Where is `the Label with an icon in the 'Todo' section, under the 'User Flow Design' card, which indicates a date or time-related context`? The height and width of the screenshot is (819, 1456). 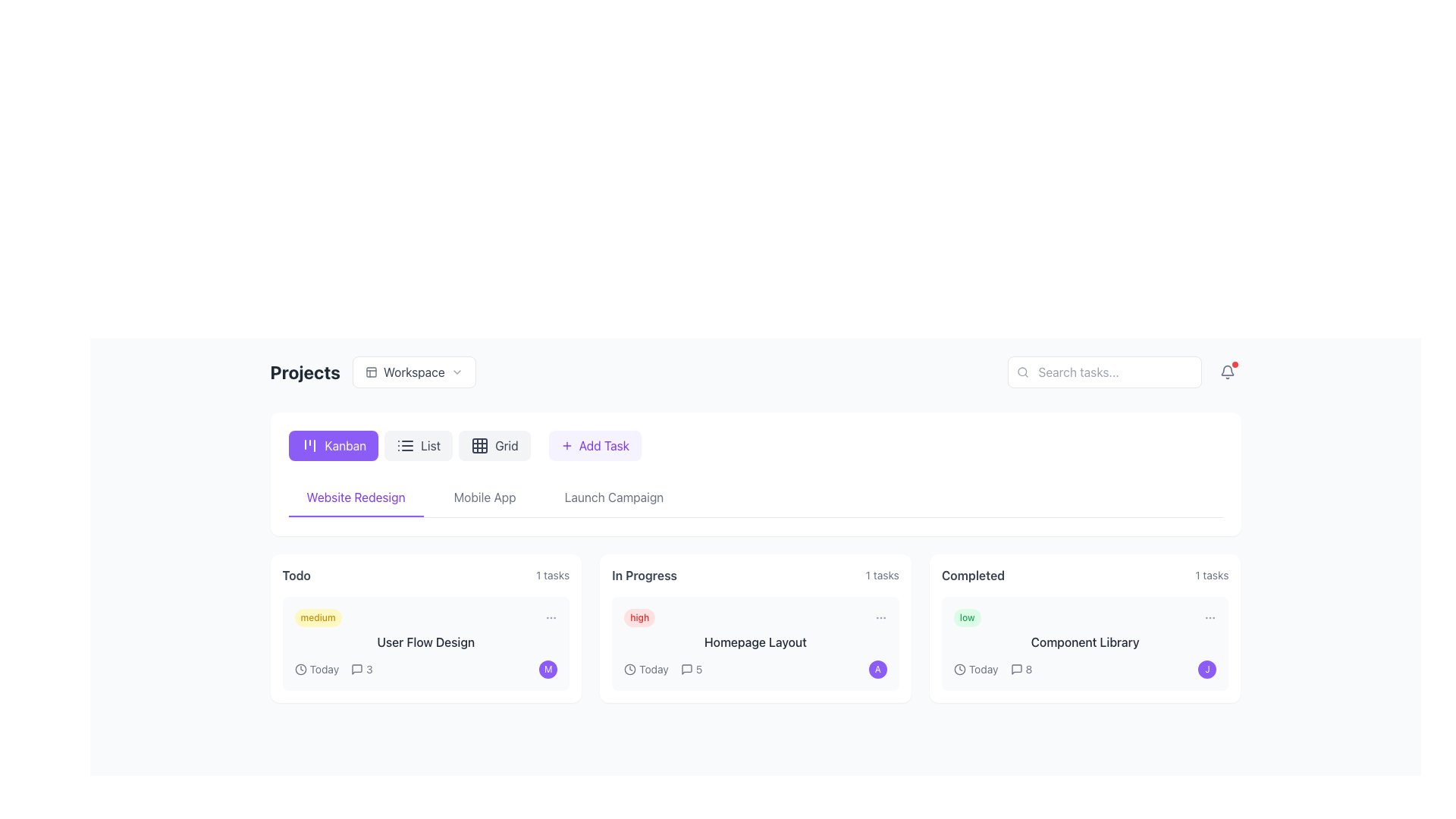 the Label with an icon in the 'Todo' section, under the 'User Flow Design' card, which indicates a date or time-related context is located at coordinates (315, 669).